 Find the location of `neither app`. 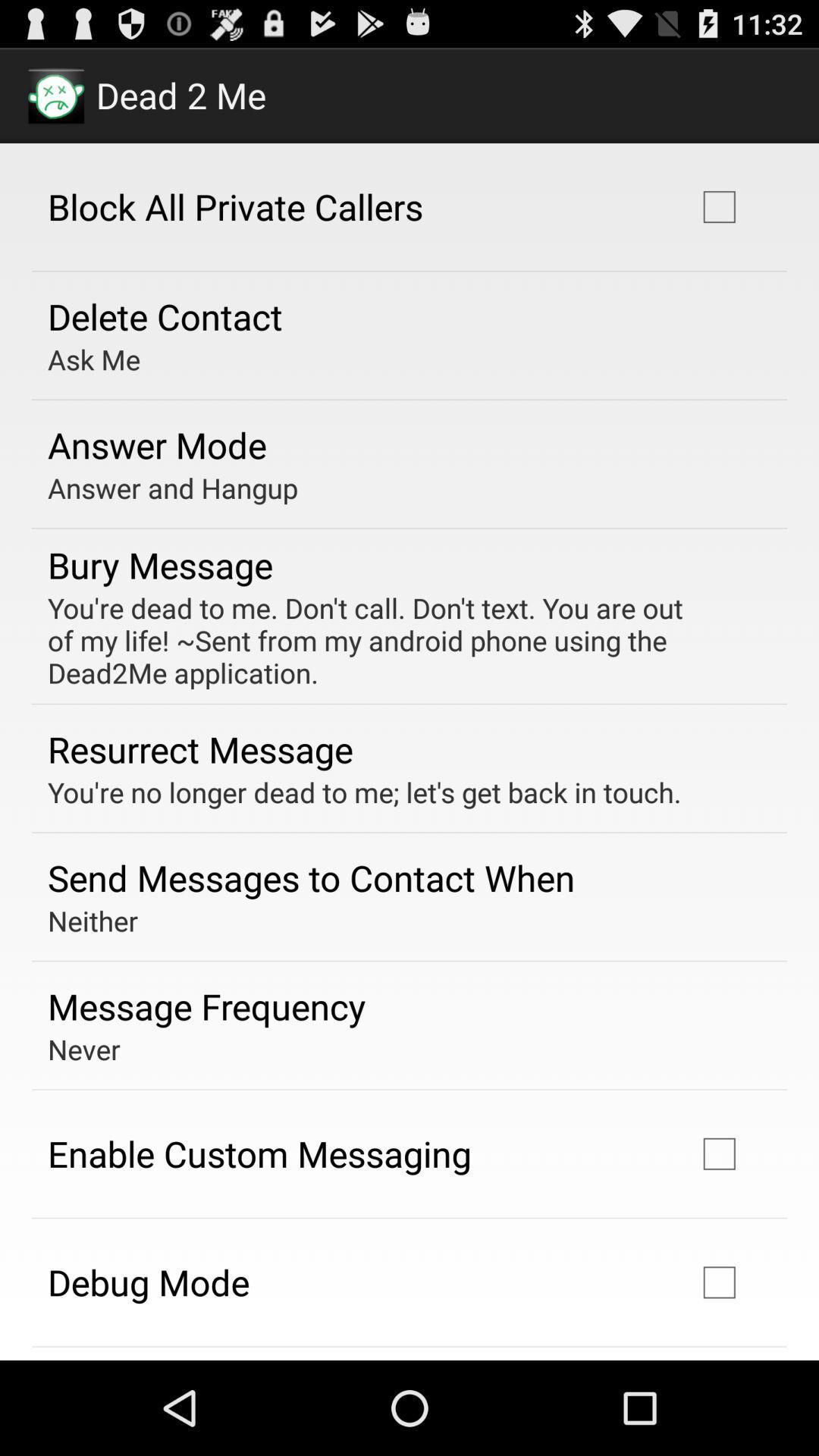

neither app is located at coordinates (93, 920).